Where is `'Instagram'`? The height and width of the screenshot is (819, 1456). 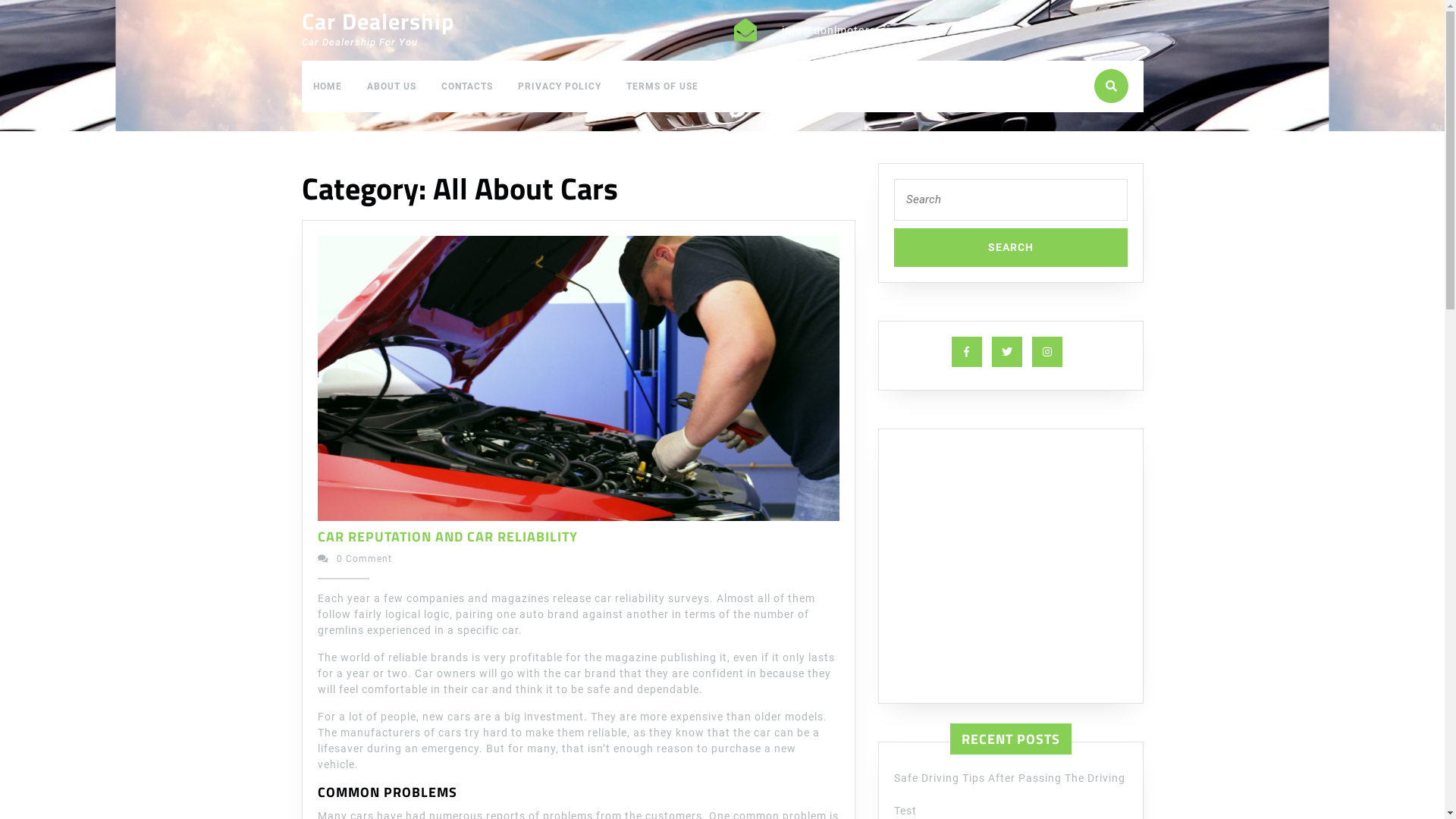
'Instagram' is located at coordinates (1050, 351).